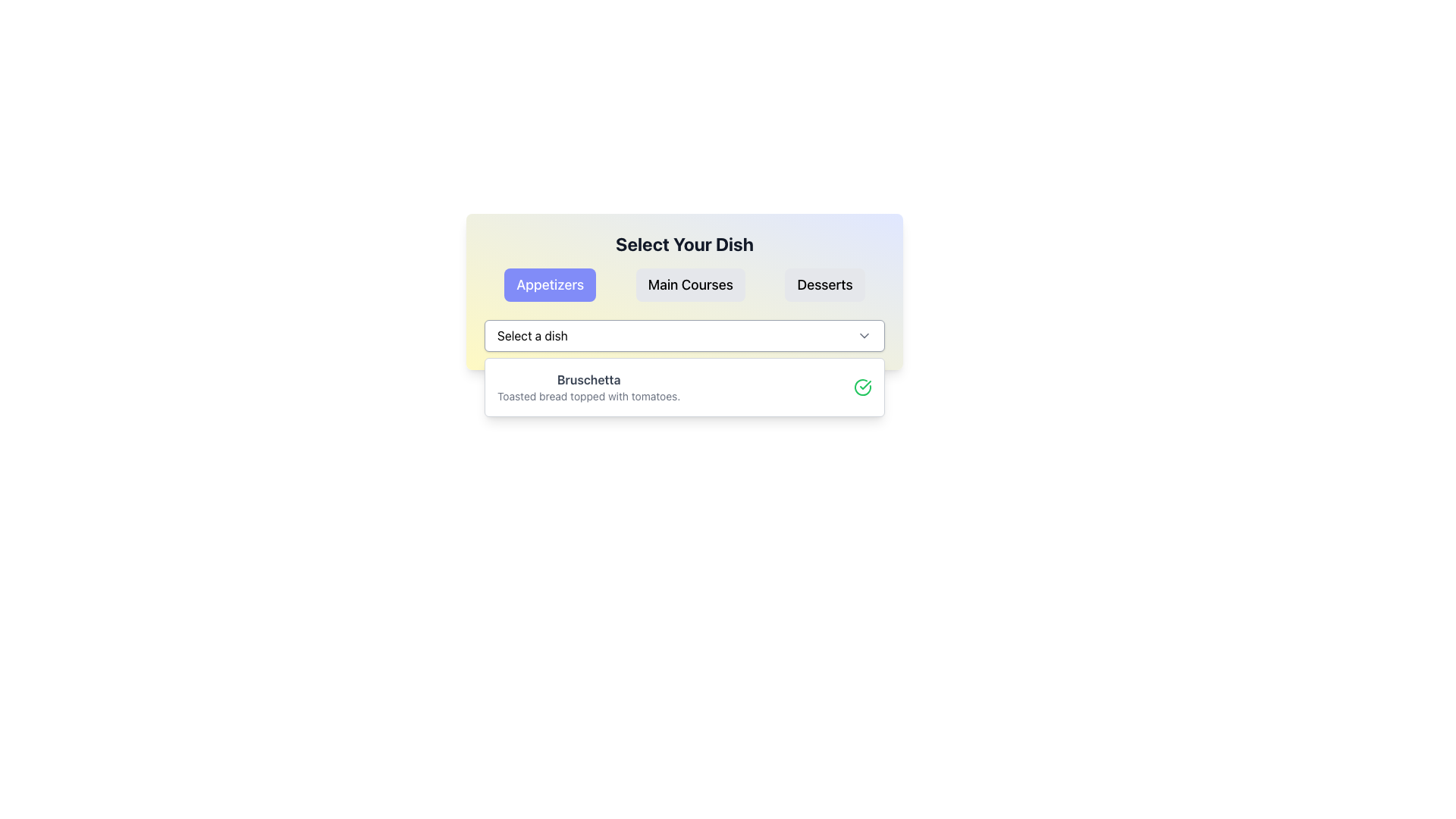 Image resolution: width=1456 pixels, height=819 pixels. I want to click on the button in the central menu section, so click(683, 292).